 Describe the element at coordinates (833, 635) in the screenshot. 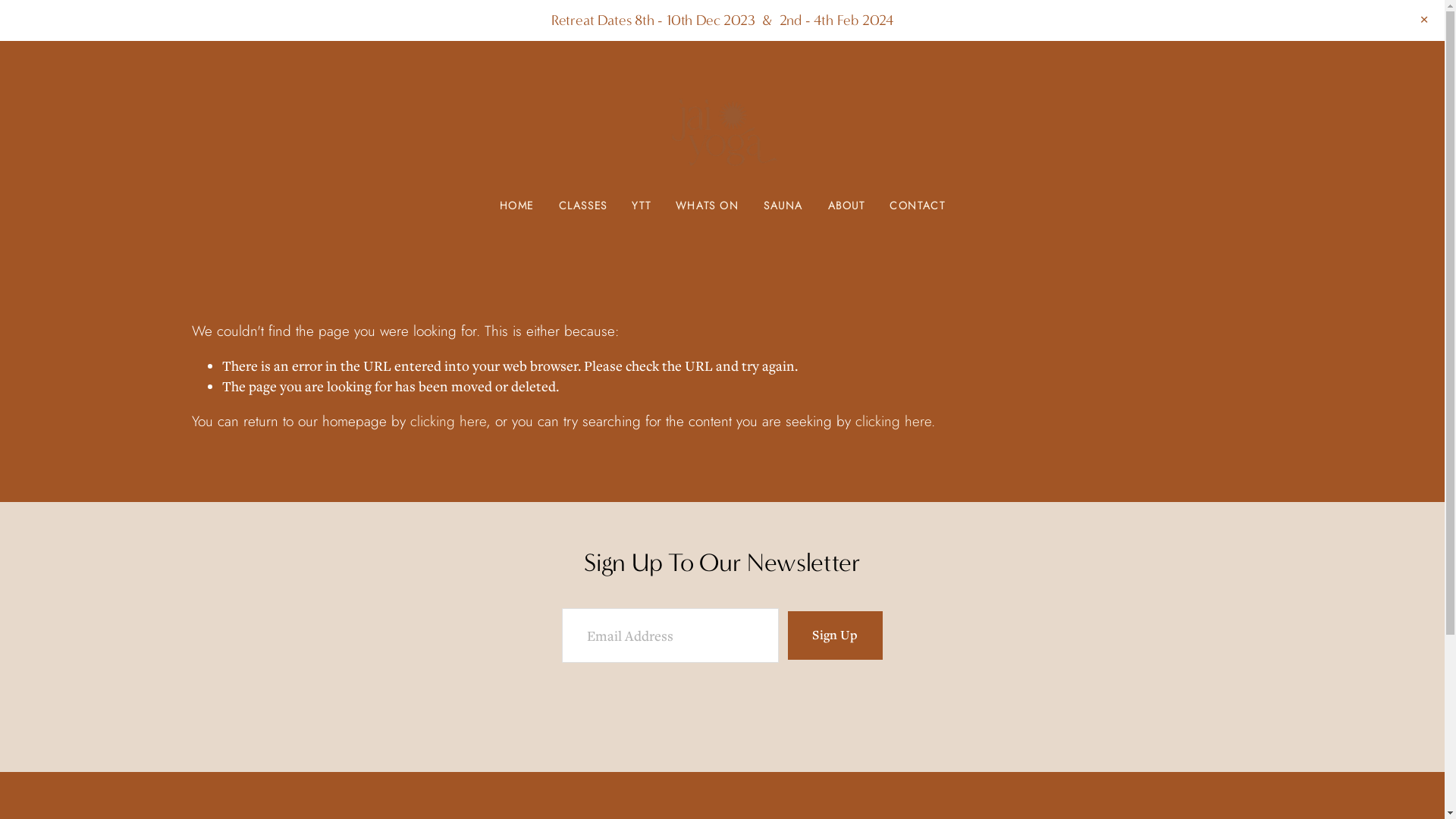

I see `'Sign Up'` at that location.